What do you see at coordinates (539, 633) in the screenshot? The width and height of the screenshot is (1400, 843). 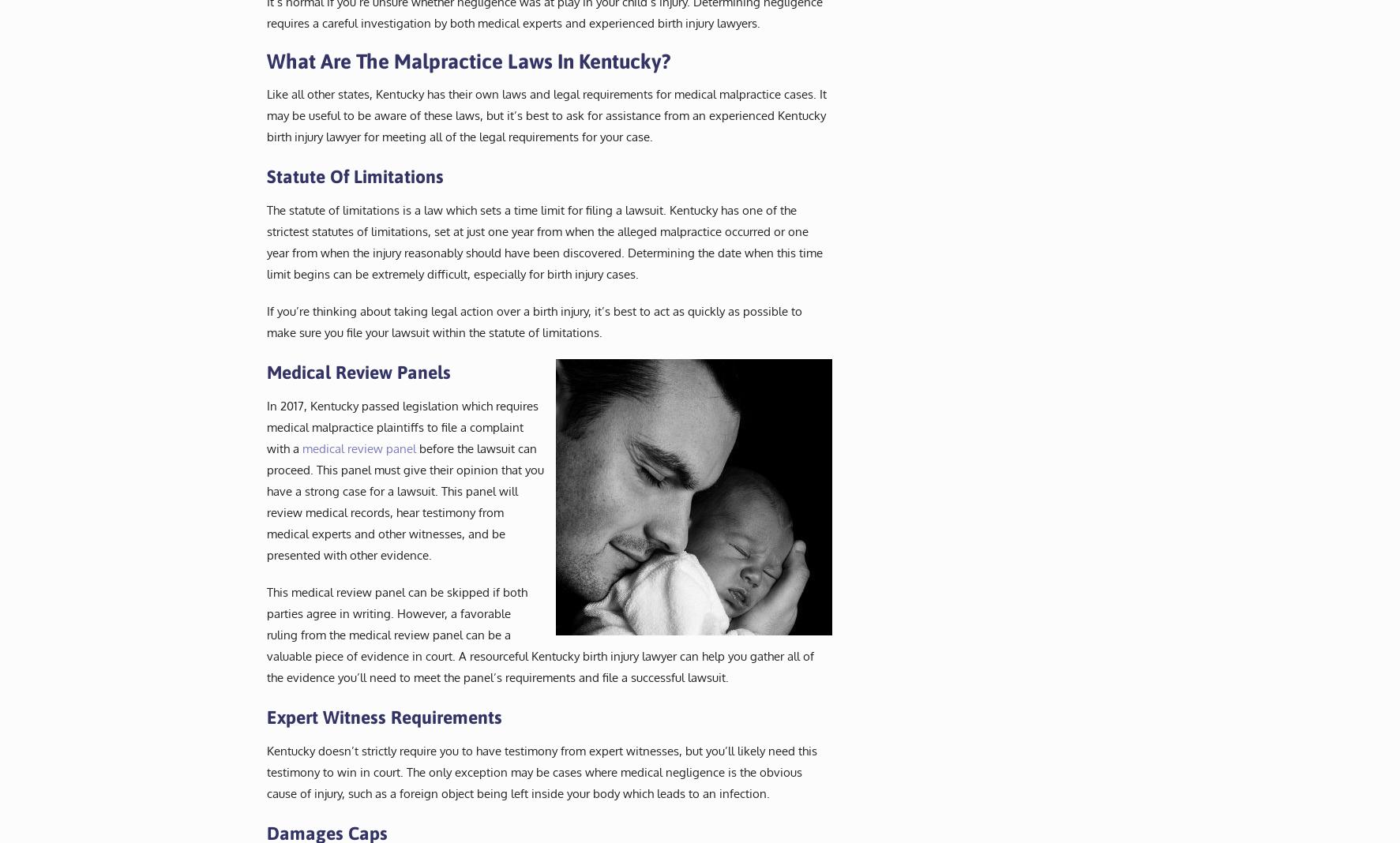 I see `'This medical review panel can be skipped if both parties agree in writing. However, a favorable ruling from the medical review panel can be a valuable piece of evidence in court. A resourceful Kentucky birth injury lawyer can help you gather all of the evidence you’ll need to meet the panel’s requirements and file a successful lawsuit.'` at bounding box center [539, 633].